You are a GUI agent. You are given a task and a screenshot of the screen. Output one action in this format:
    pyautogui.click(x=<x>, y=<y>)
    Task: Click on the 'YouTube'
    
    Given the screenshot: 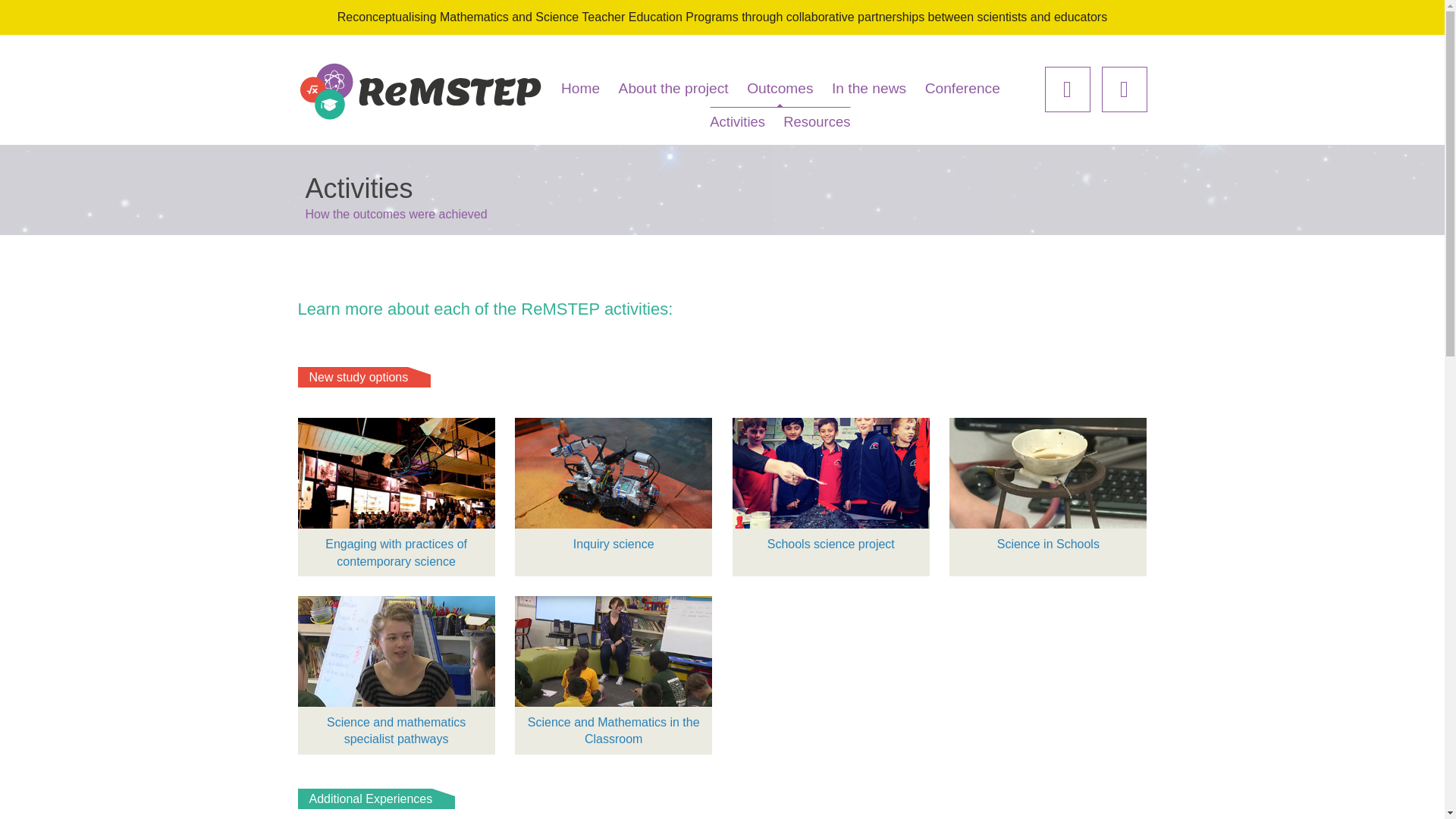 What is the action you would take?
    pyautogui.click(x=1124, y=89)
    